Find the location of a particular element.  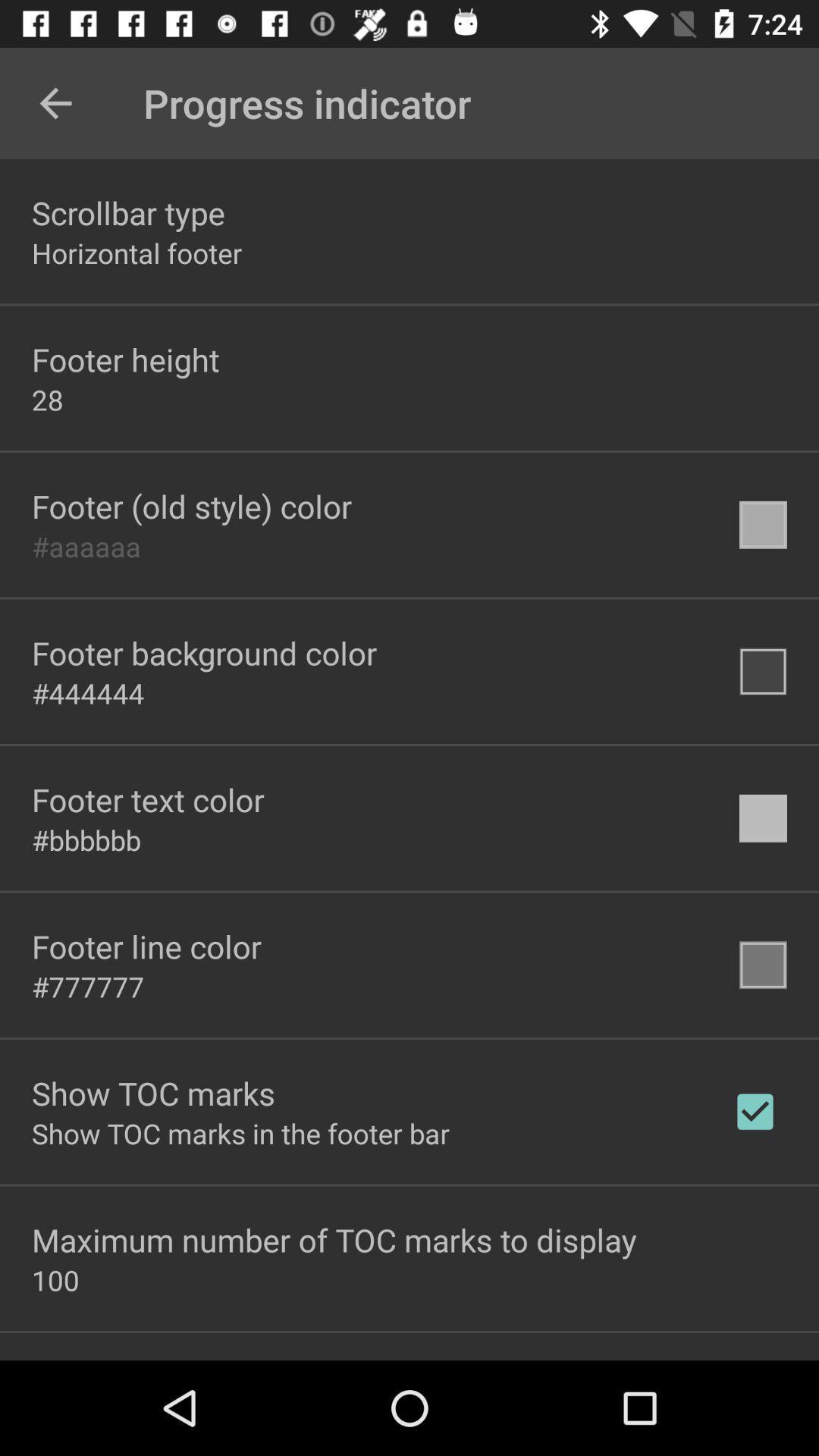

the #aaaaaa is located at coordinates (86, 546).